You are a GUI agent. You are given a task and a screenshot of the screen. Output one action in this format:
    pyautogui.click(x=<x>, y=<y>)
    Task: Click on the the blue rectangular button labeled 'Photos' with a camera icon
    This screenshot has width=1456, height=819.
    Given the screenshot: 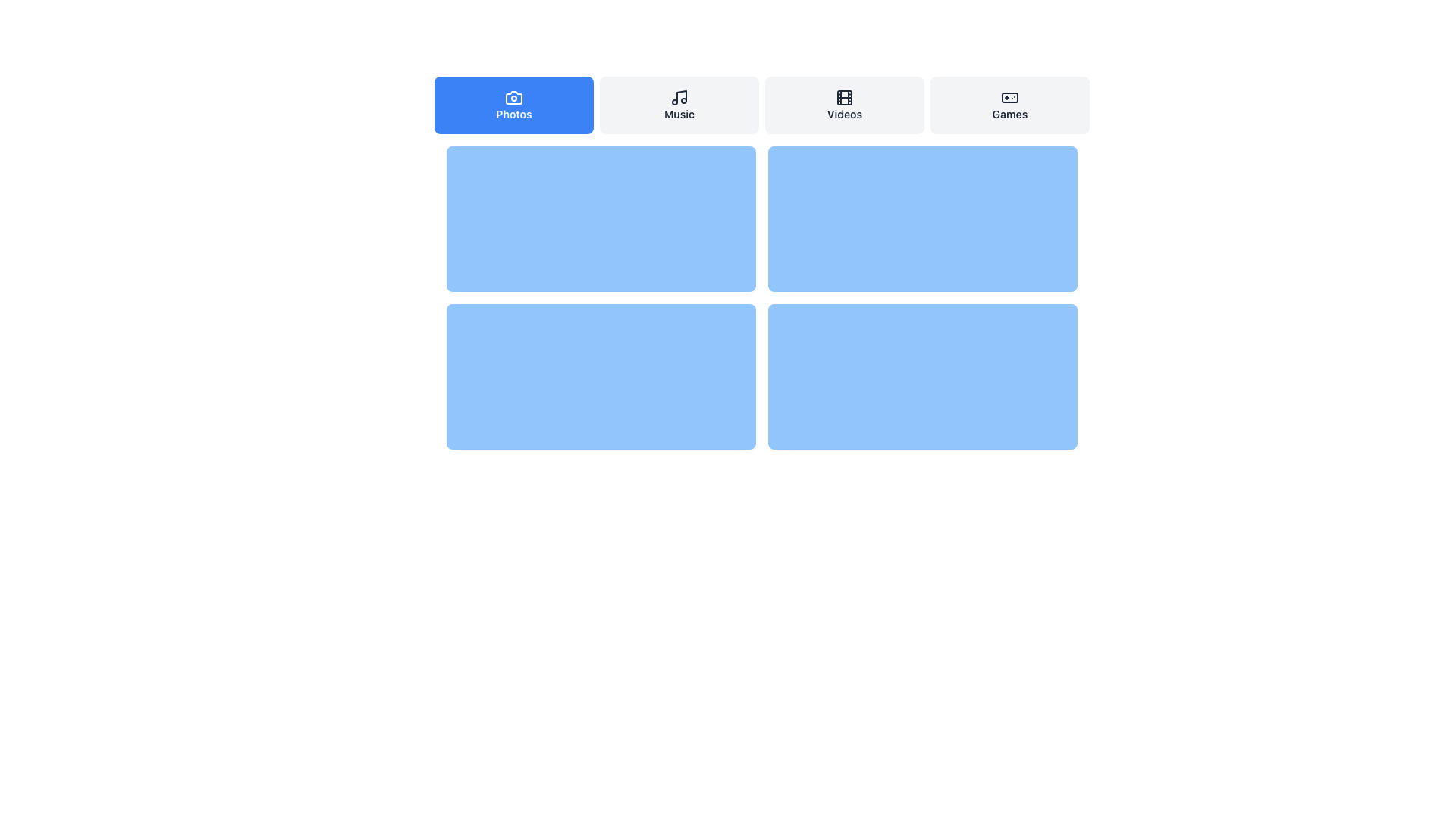 What is the action you would take?
    pyautogui.click(x=513, y=104)
    